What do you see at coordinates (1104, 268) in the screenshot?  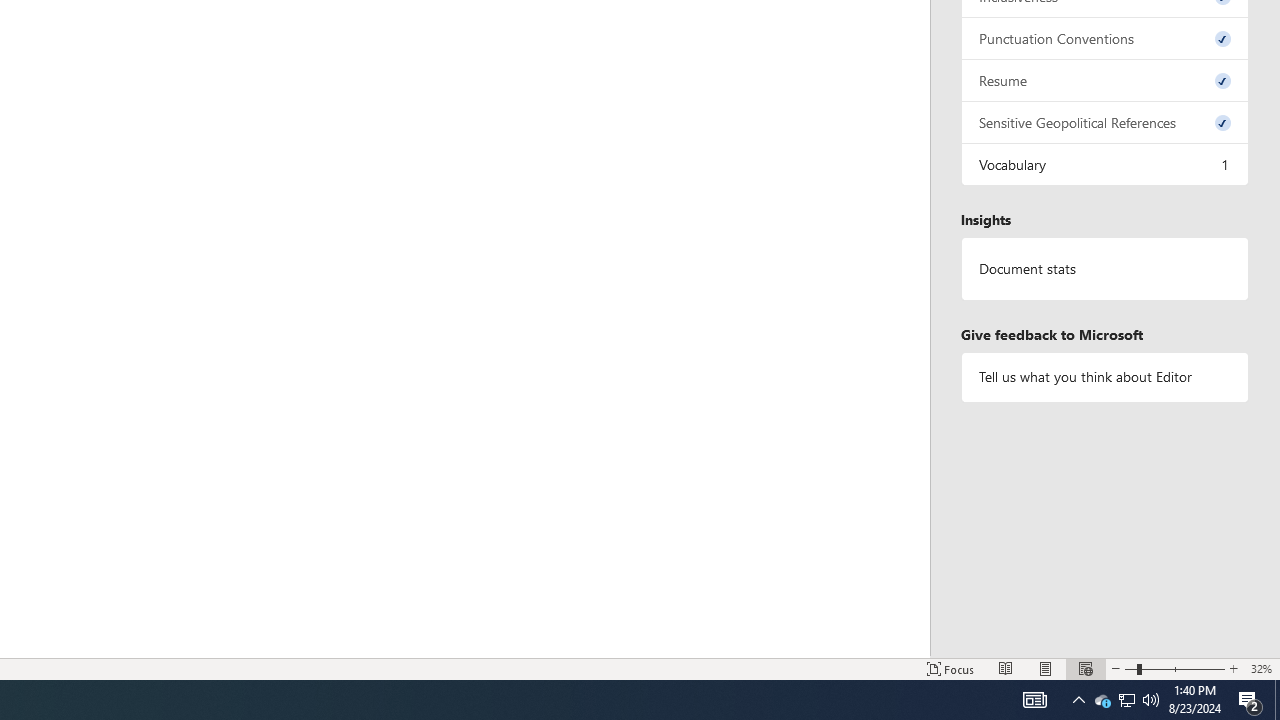 I see `'Document statistics'` at bounding box center [1104, 268].